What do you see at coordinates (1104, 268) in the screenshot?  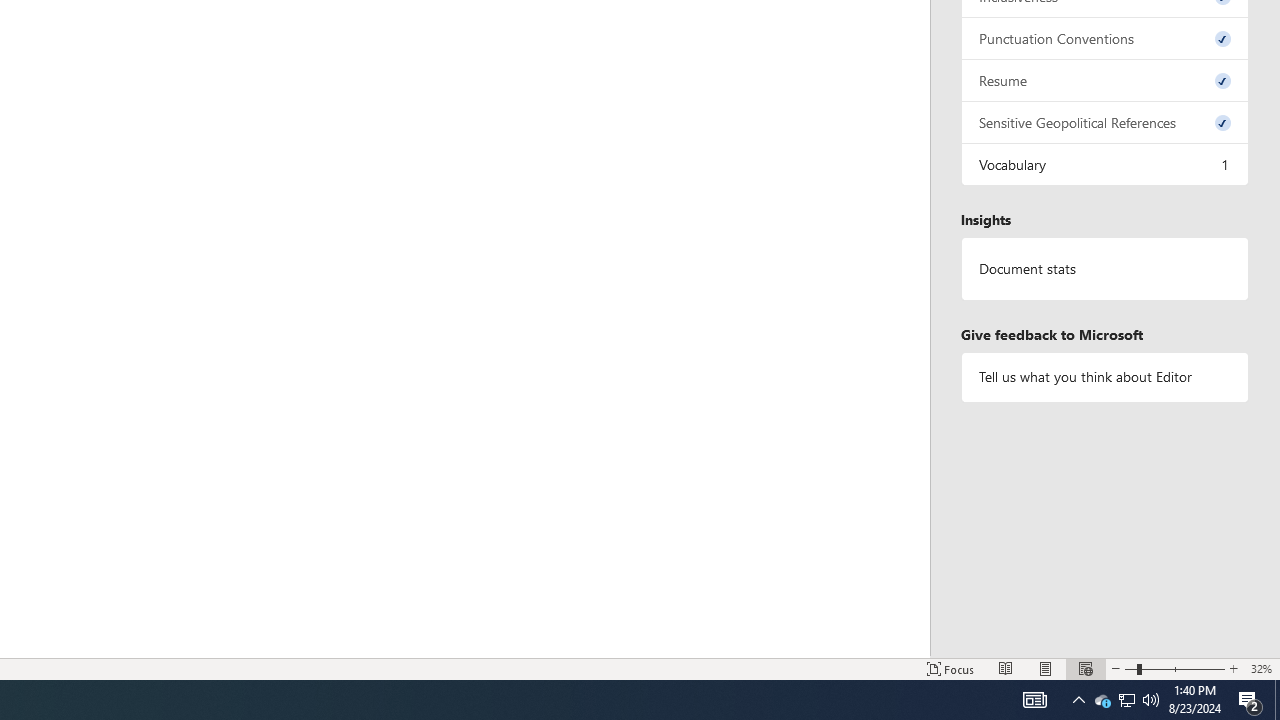 I see `'Document statistics'` at bounding box center [1104, 268].